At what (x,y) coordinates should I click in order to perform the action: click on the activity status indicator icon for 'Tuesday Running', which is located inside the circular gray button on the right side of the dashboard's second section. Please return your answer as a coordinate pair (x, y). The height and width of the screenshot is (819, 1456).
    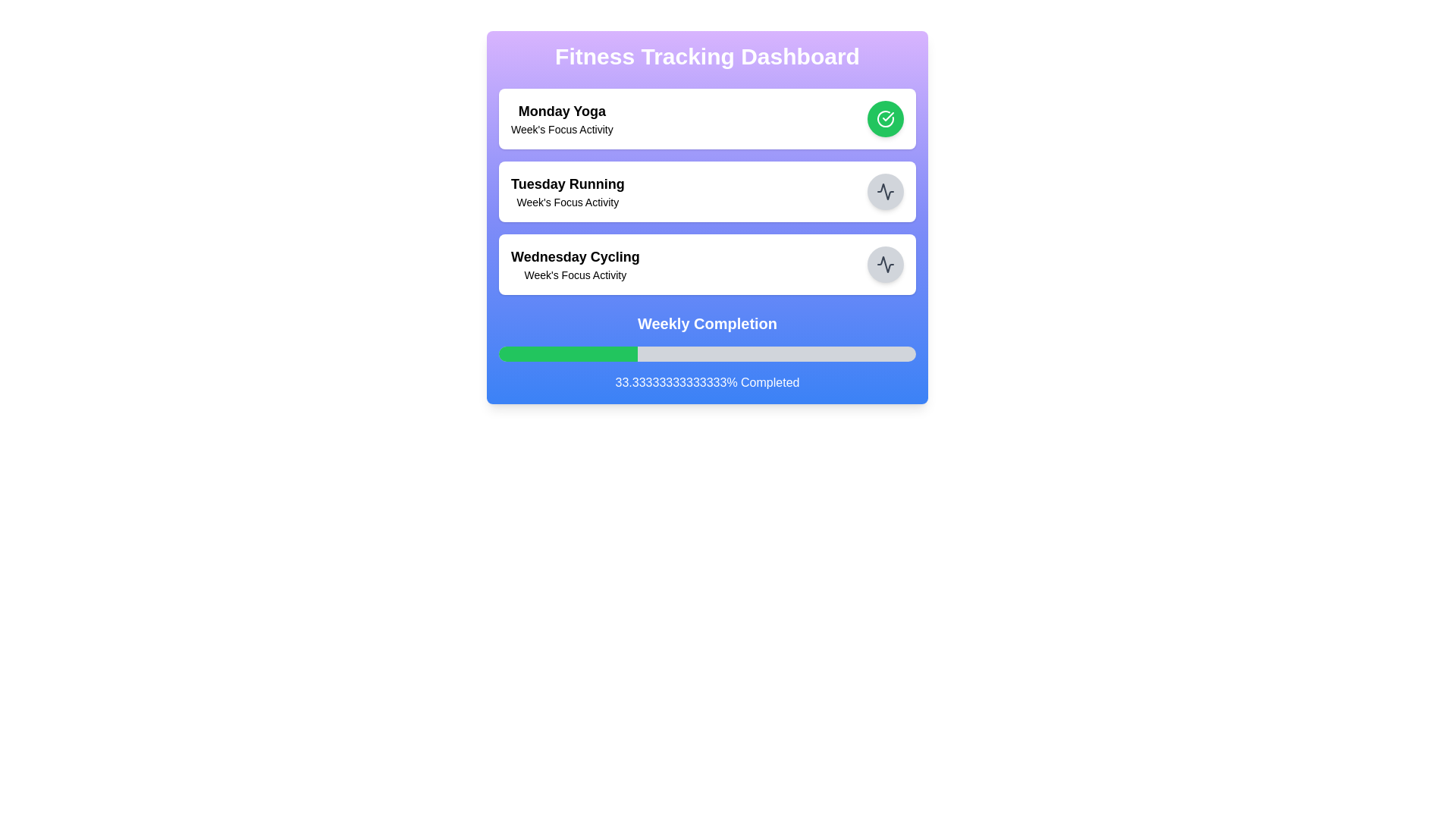
    Looking at the image, I should click on (885, 263).